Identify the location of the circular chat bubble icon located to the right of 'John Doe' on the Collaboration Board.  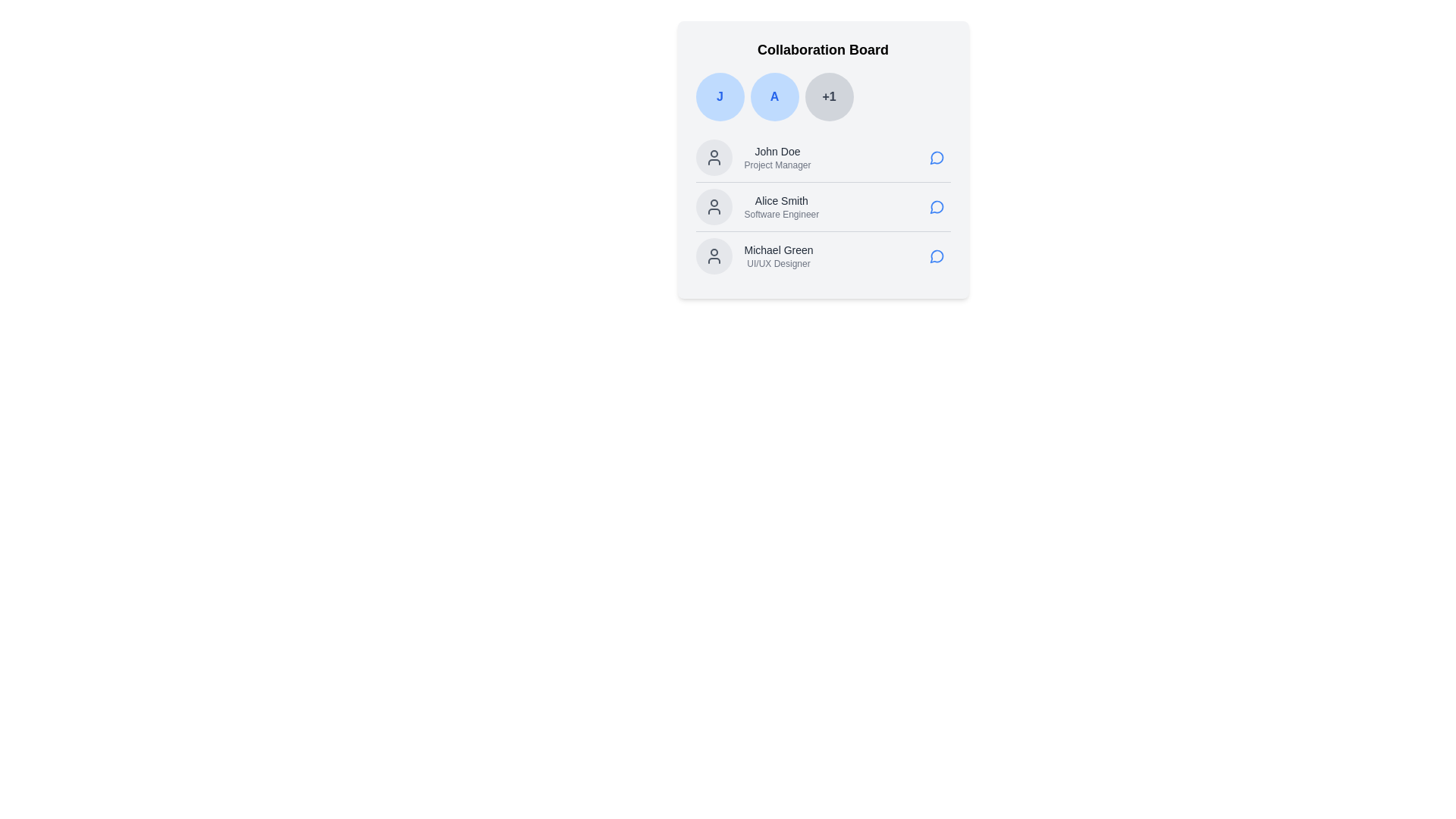
(936, 158).